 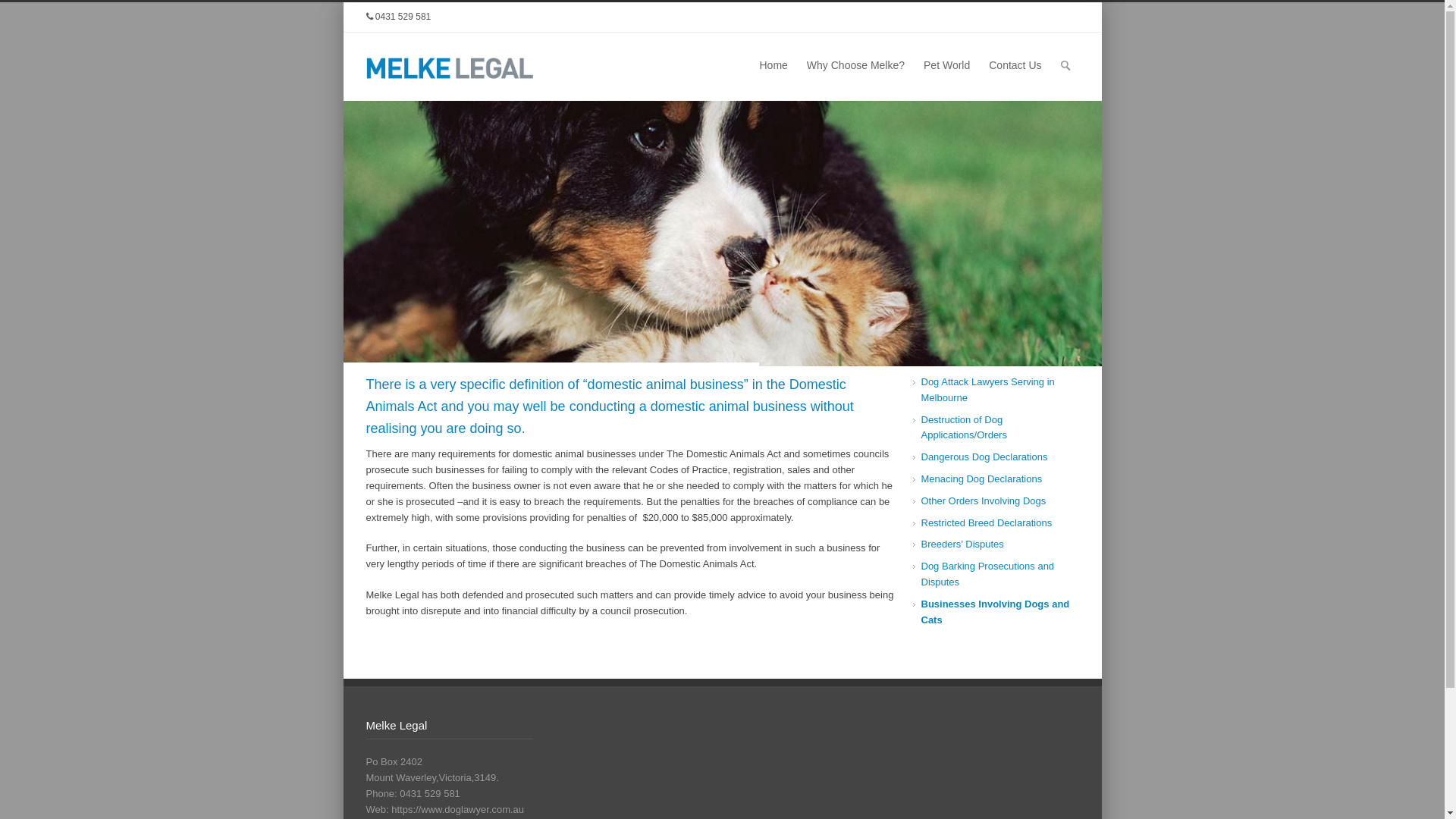 I want to click on 'Restricted Breed Declarations', so click(x=986, y=522).